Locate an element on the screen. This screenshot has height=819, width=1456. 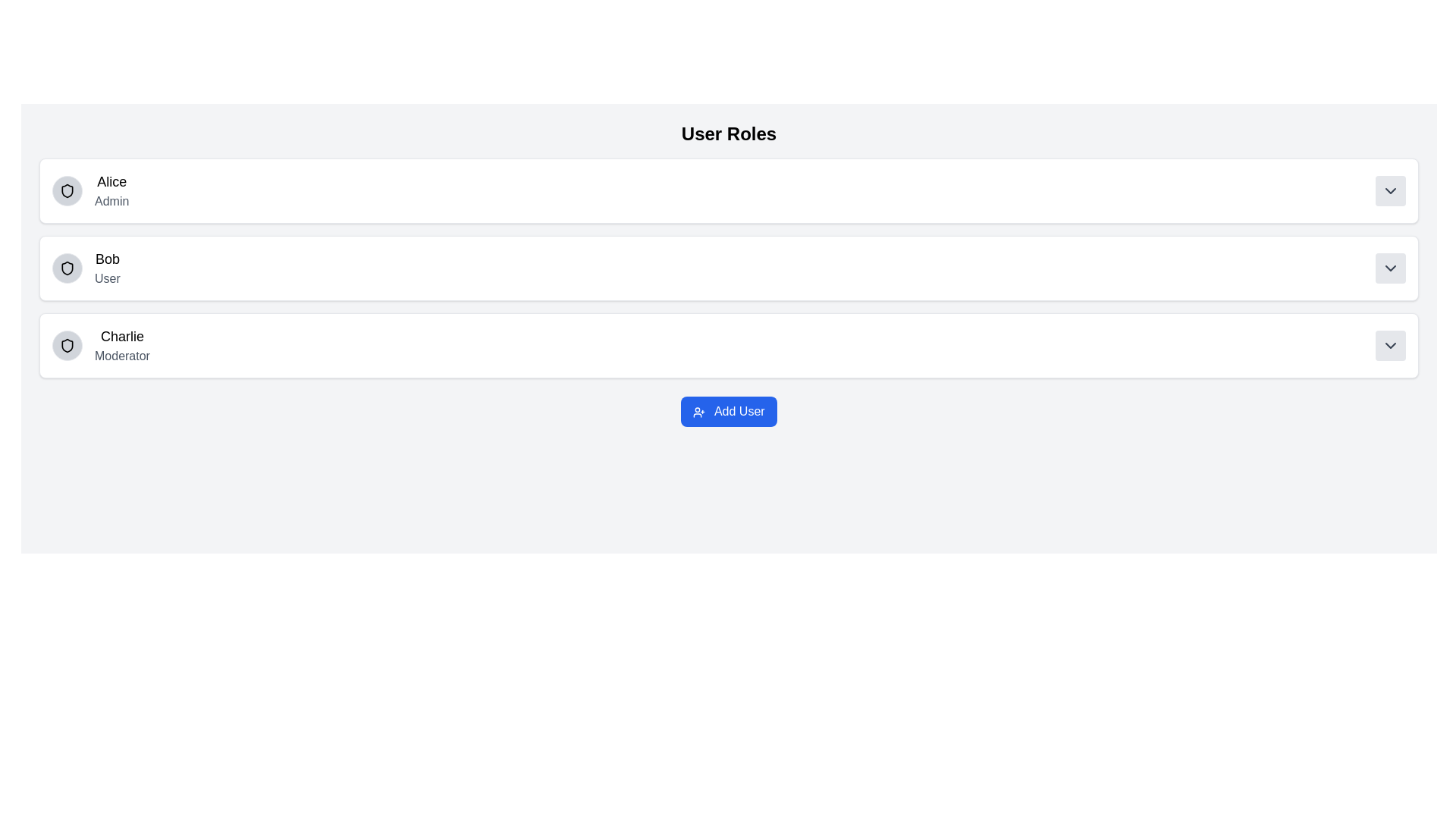
the static text label element displaying 'Bob', which is part of the 'User Roles' list, located above 'Charlie' and below 'Alice' is located at coordinates (106, 259).